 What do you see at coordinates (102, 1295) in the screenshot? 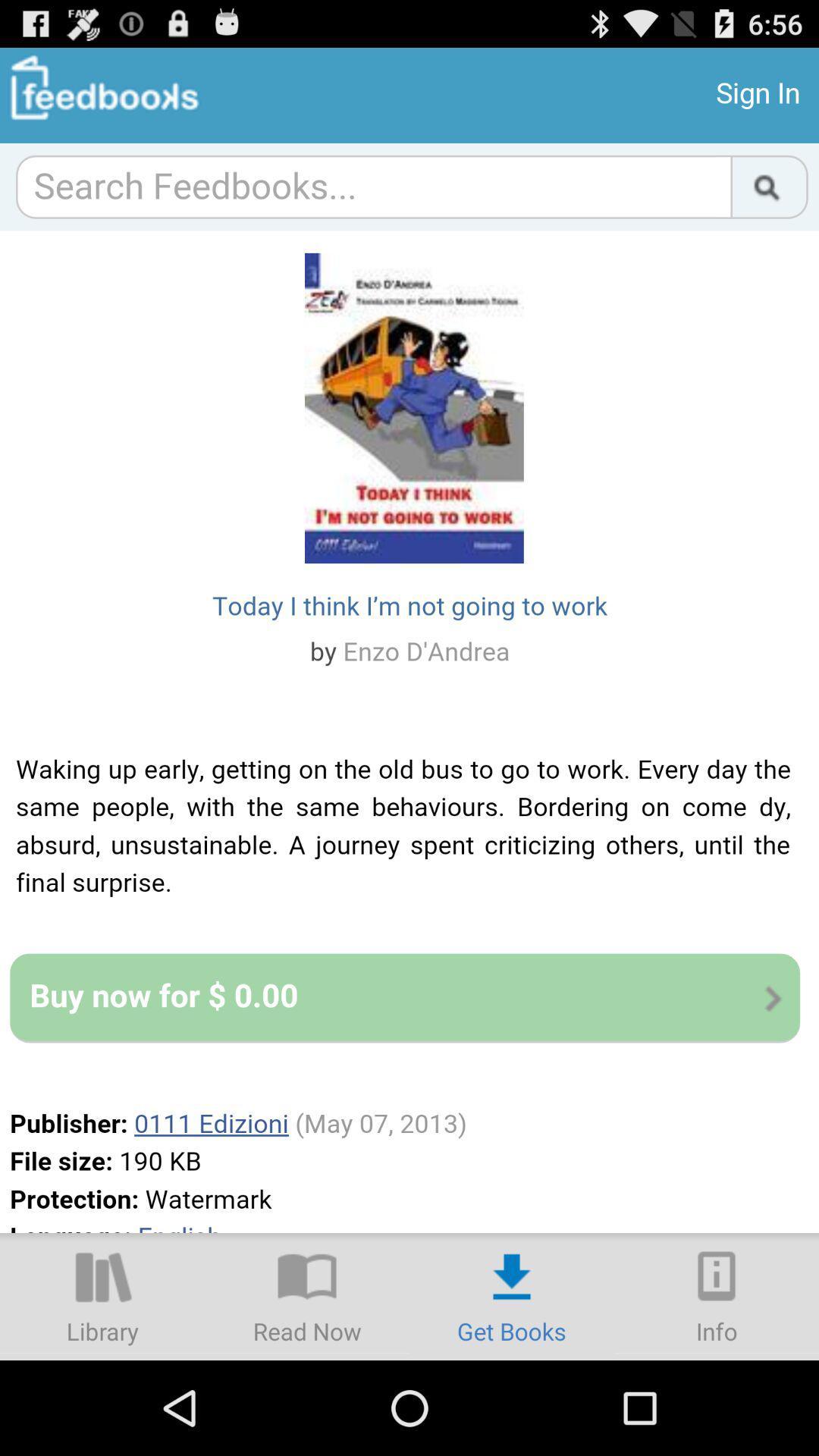
I see `the library option` at bounding box center [102, 1295].